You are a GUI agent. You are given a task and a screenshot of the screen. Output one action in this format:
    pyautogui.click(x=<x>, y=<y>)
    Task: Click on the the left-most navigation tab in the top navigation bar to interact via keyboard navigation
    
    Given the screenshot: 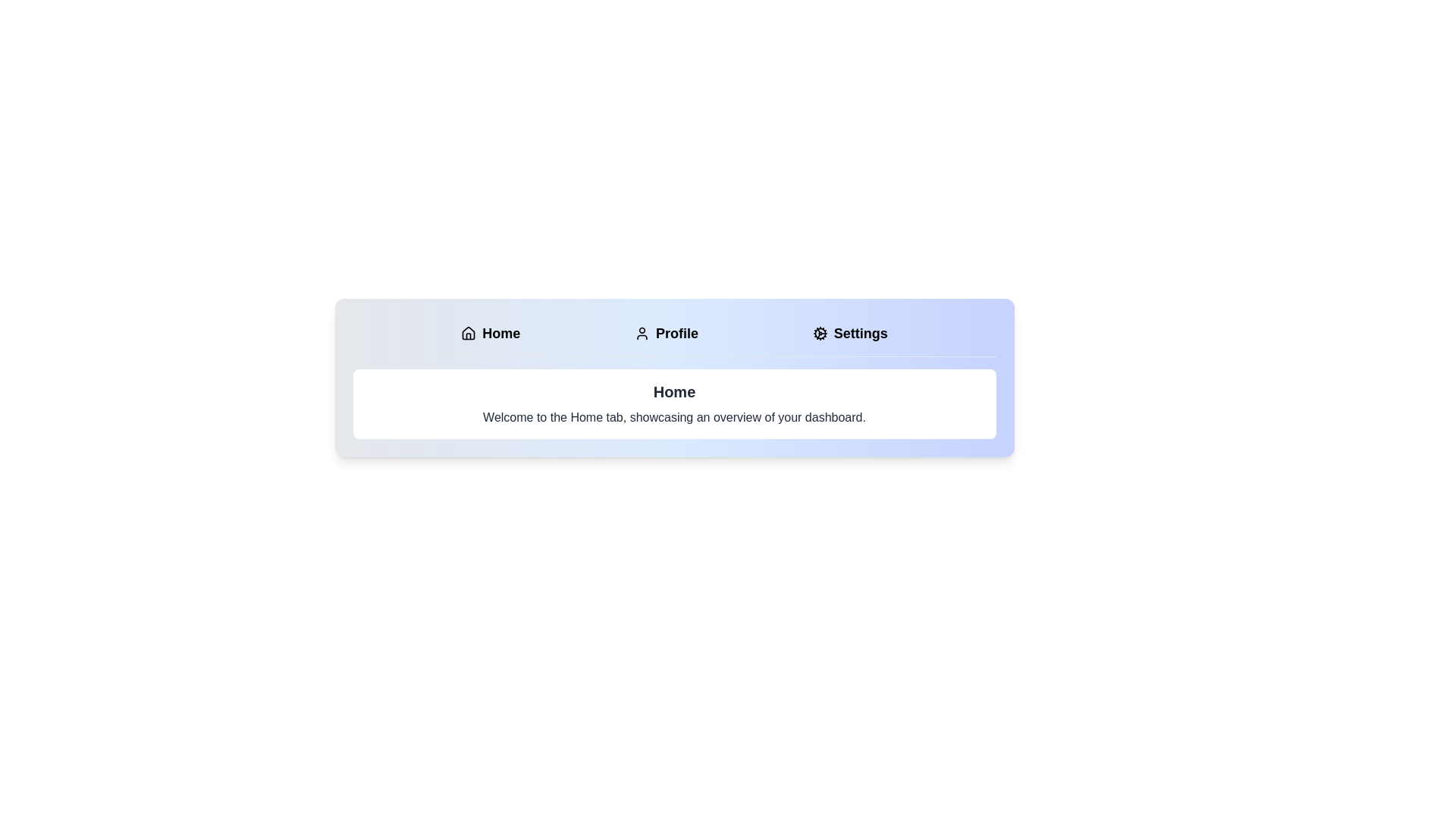 What is the action you would take?
    pyautogui.click(x=491, y=332)
    